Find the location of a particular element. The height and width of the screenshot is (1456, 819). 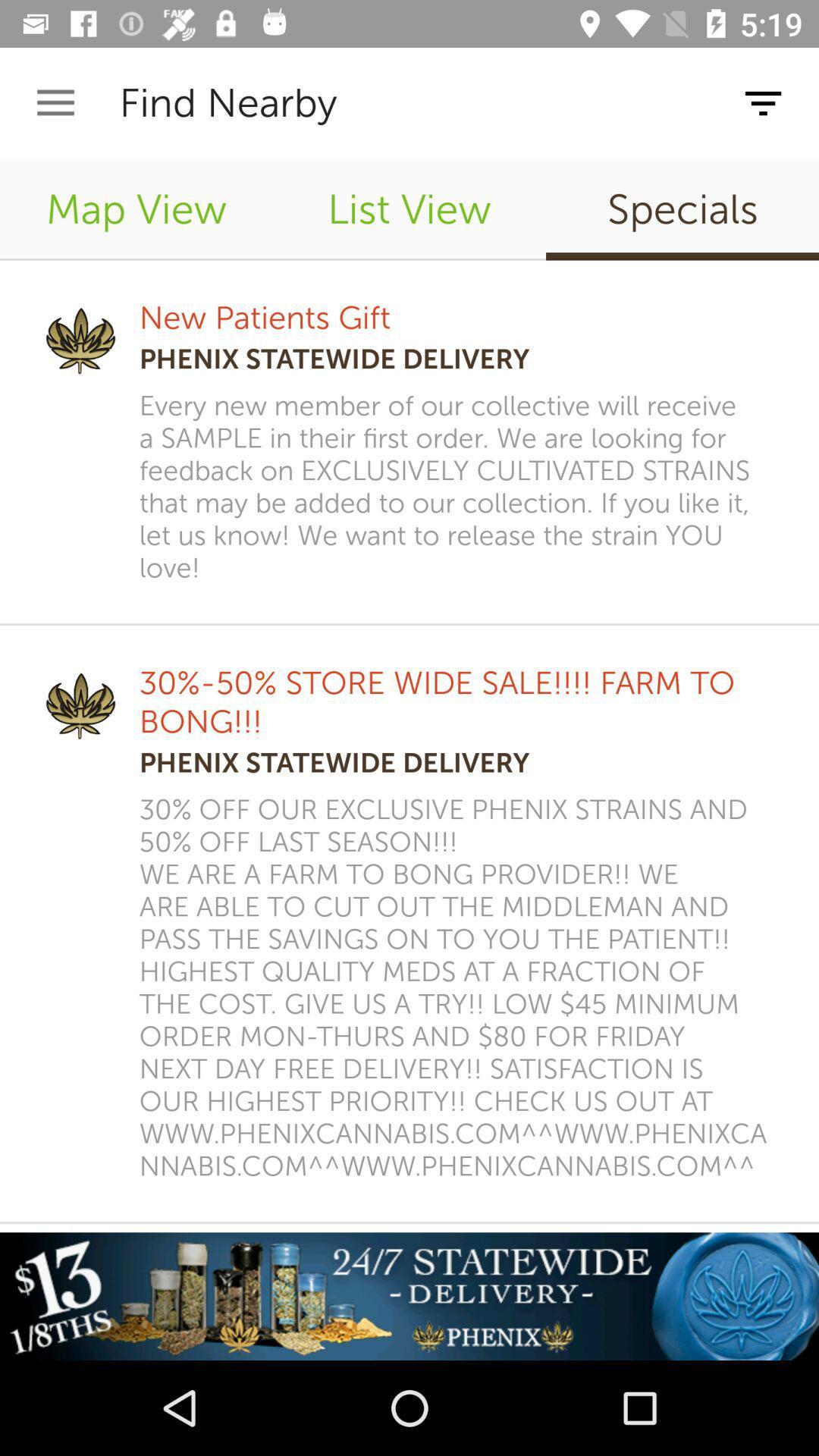

the icon next to list view is located at coordinates (681, 209).